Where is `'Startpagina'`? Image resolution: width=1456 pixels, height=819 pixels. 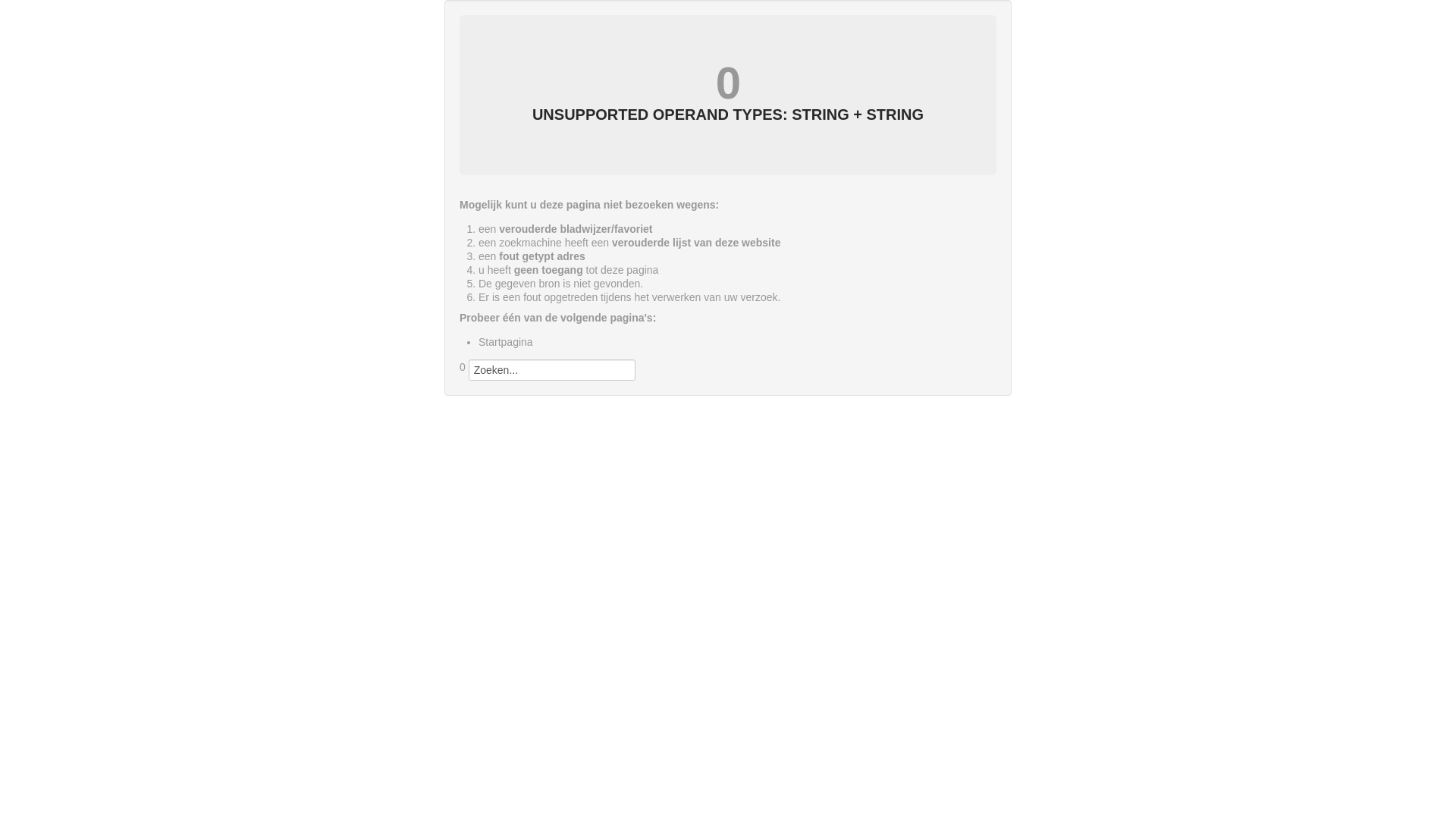
'Startpagina' is located at coordinates (506, 342).